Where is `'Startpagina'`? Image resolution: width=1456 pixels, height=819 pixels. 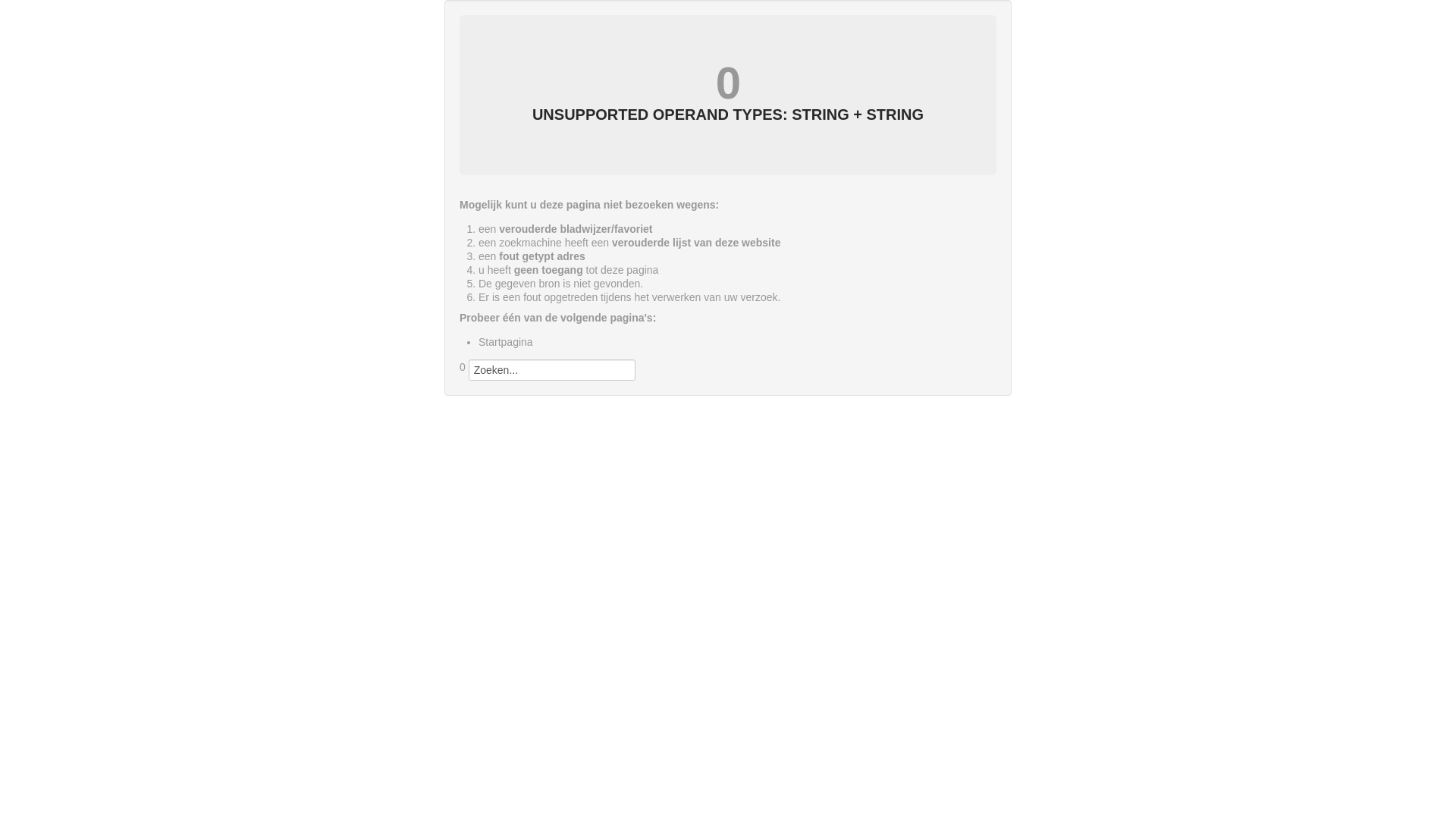
'Startpagina' is located at coordinates (506, 342).